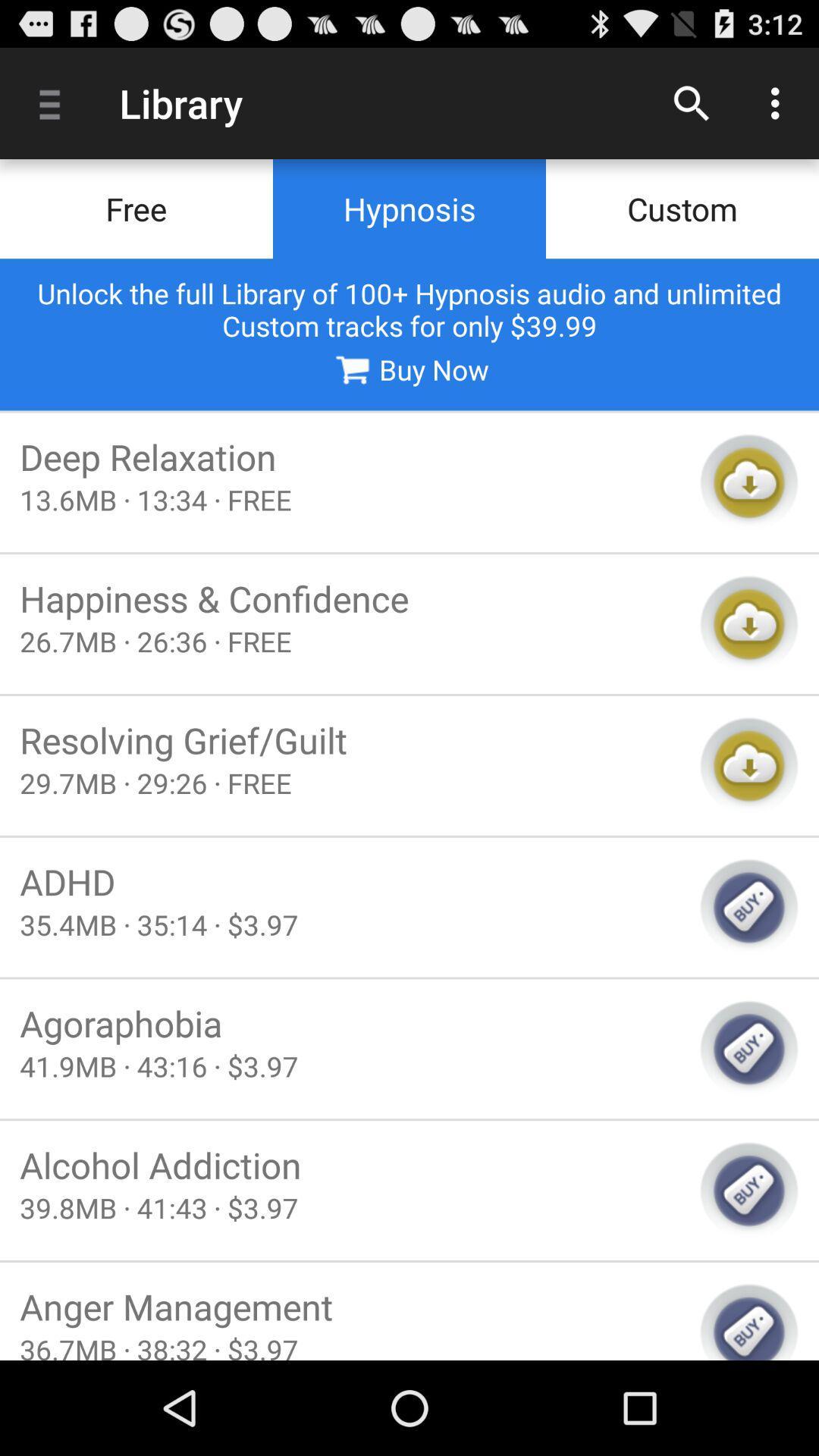 The image size is (819, 1456). Describe the element at coordinates (350, 598) in the screenshot. I see `the item below 13 6mb 13` at that location.